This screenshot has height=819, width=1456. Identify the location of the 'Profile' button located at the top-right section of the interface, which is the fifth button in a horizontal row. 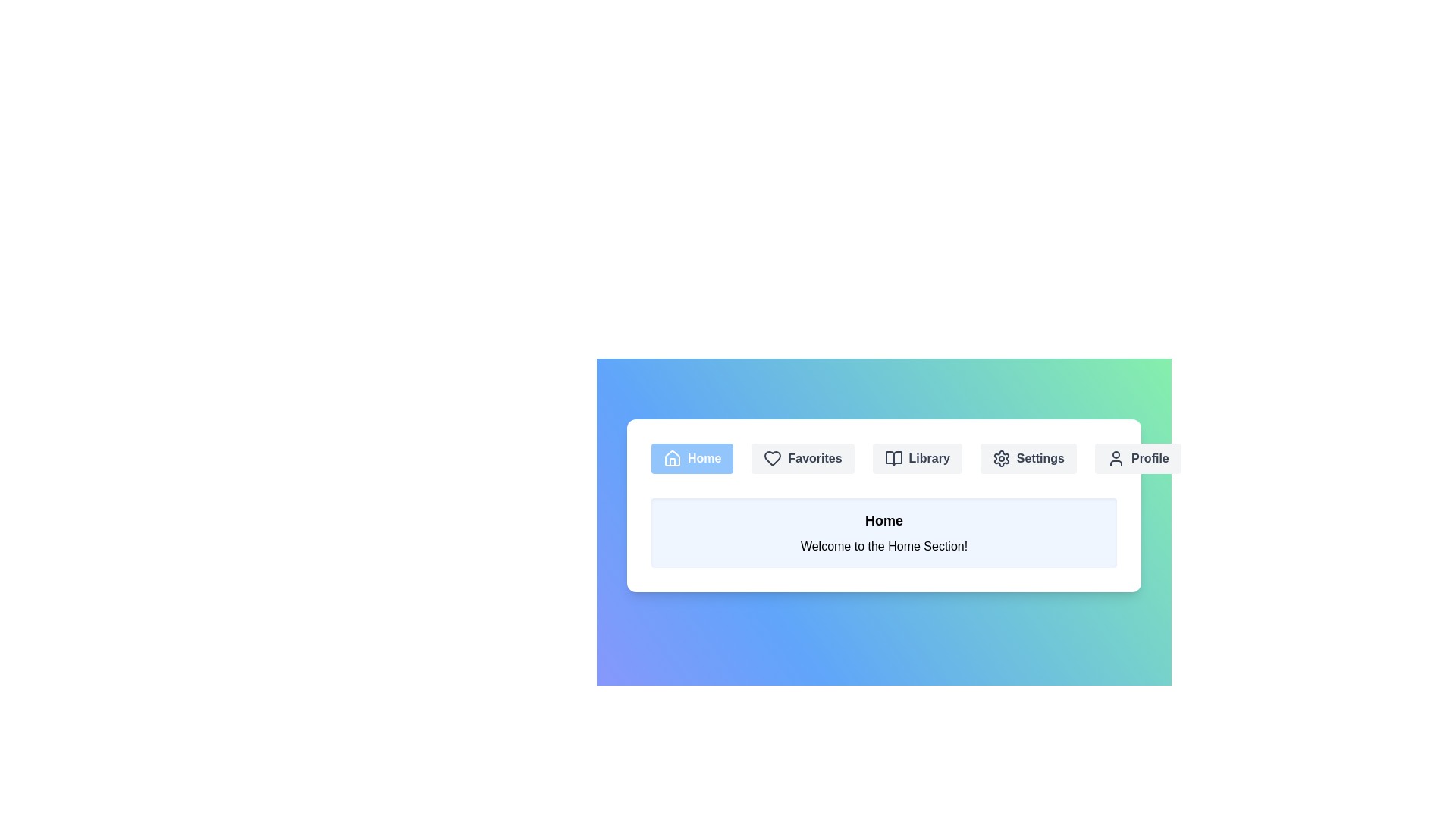
(1137, 458).